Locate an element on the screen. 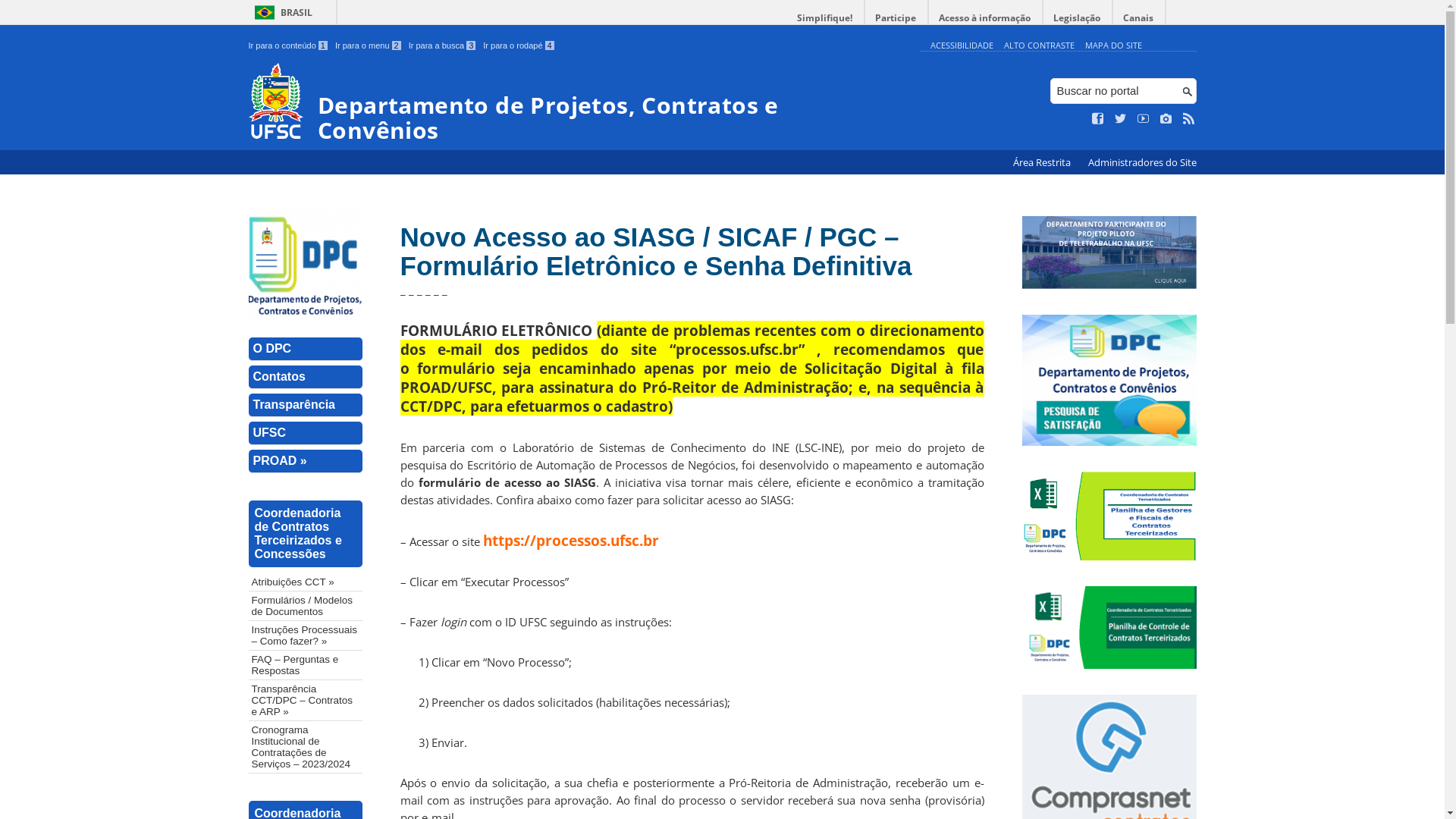  'Administradores do Site' is located at coordinates (1079, 162).